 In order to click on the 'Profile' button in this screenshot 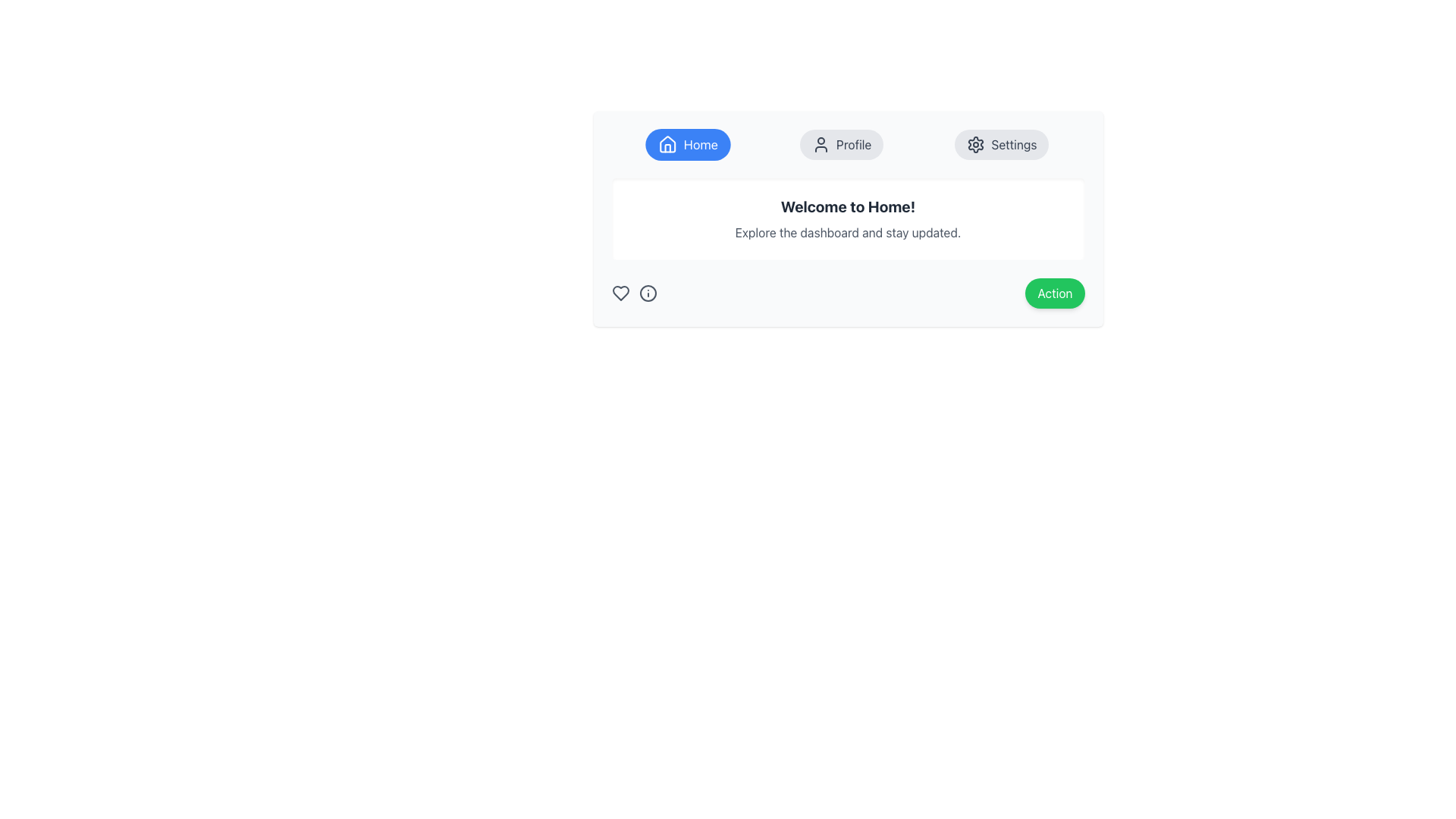, I will do `click(821, 145)`.